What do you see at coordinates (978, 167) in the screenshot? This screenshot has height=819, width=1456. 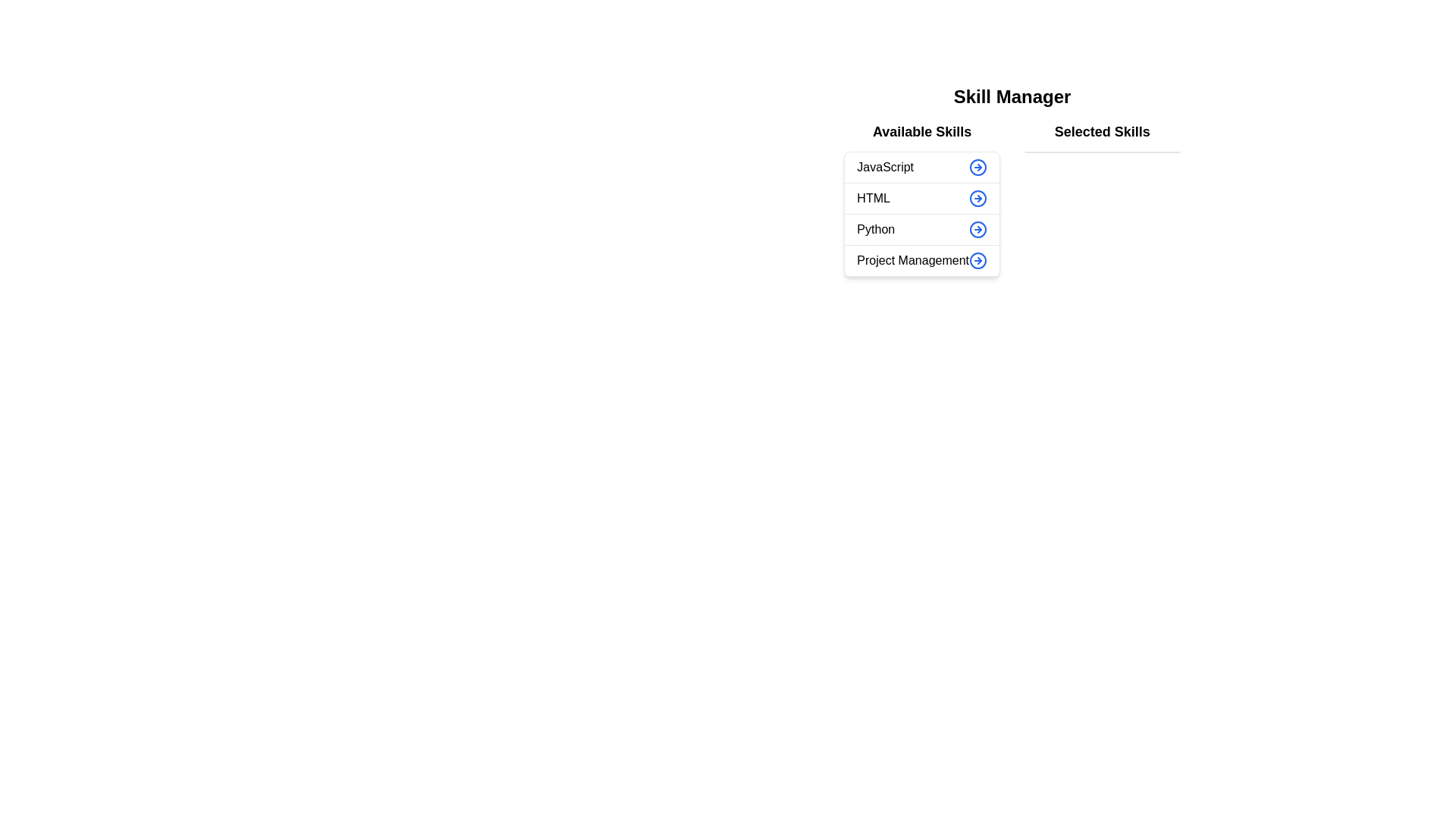 I see `arrow button next to the skill 'JavaScript' in the 'Available Skills' list to transfer it to the 'Selected Skills' list` at bounding box center [978, 167].